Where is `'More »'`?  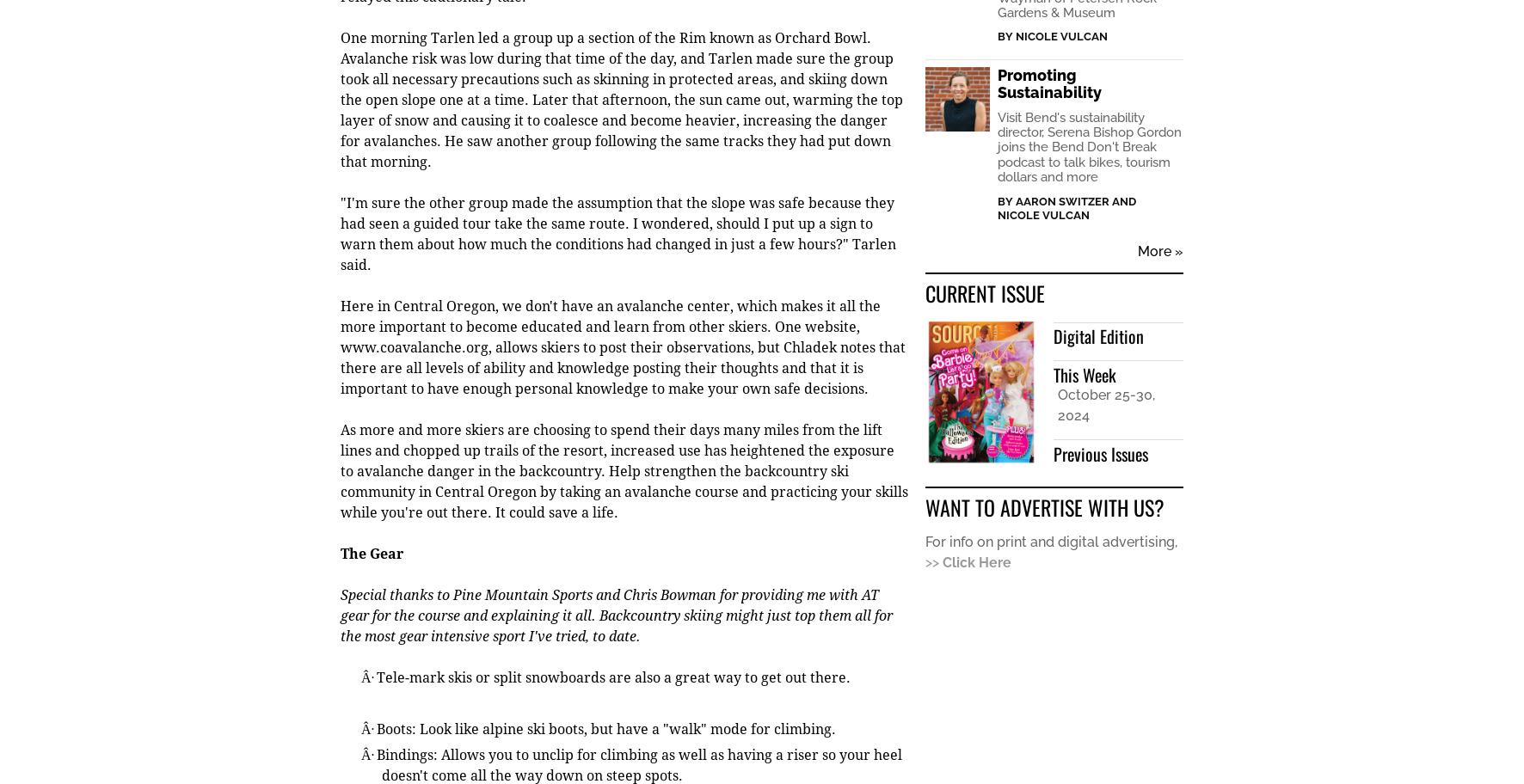
'More »' is located at coordinates (1159, 252).